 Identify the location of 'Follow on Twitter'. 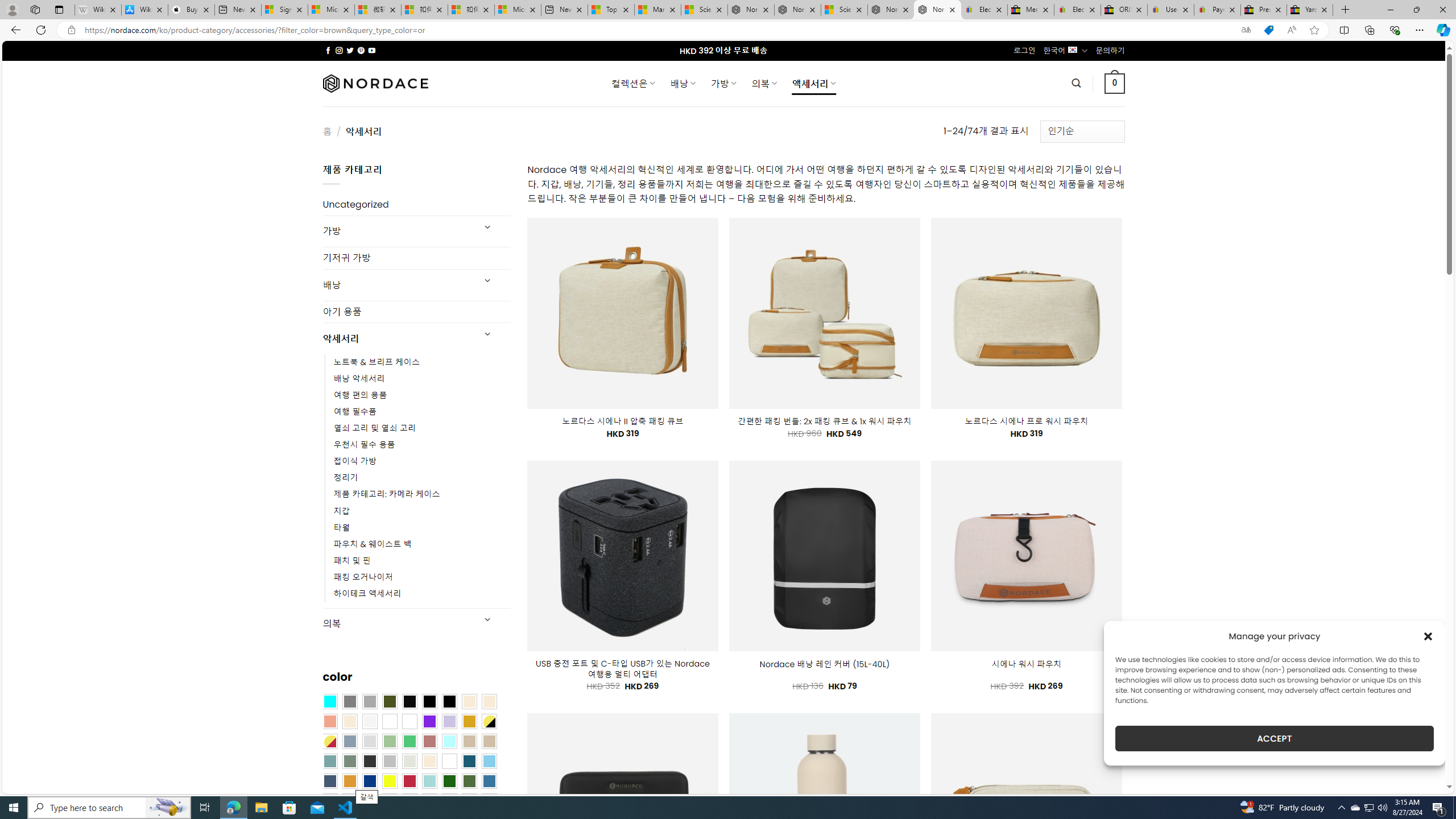
(350, 50).